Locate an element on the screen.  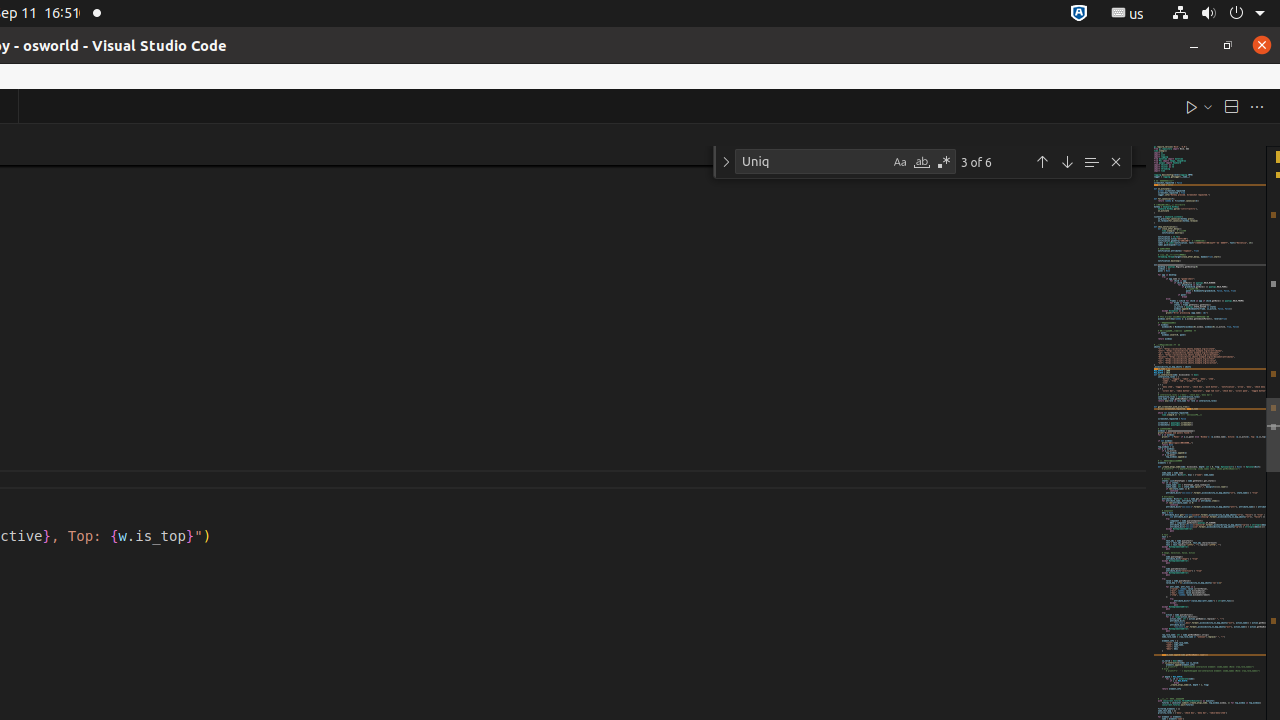
':1.21/StatusNotifierItem' is located at coordinates (1127, 13).